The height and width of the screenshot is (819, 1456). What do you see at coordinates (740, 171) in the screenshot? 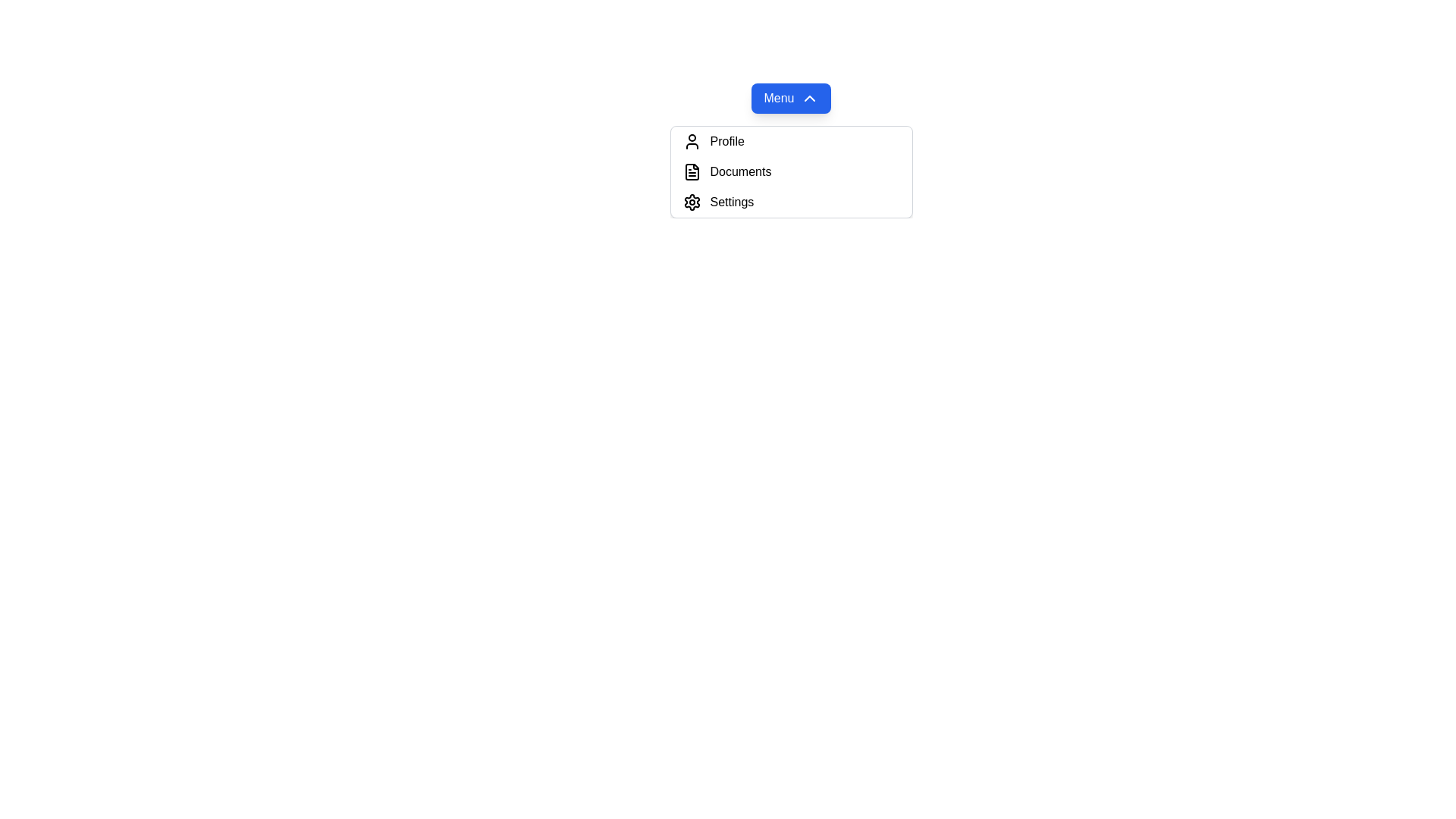
I see `the 'Documents' menu item, which is styled in black sans-serif font and located within the dropdown menu beneath the 'Menu' button` at bounding box center [740, 171].